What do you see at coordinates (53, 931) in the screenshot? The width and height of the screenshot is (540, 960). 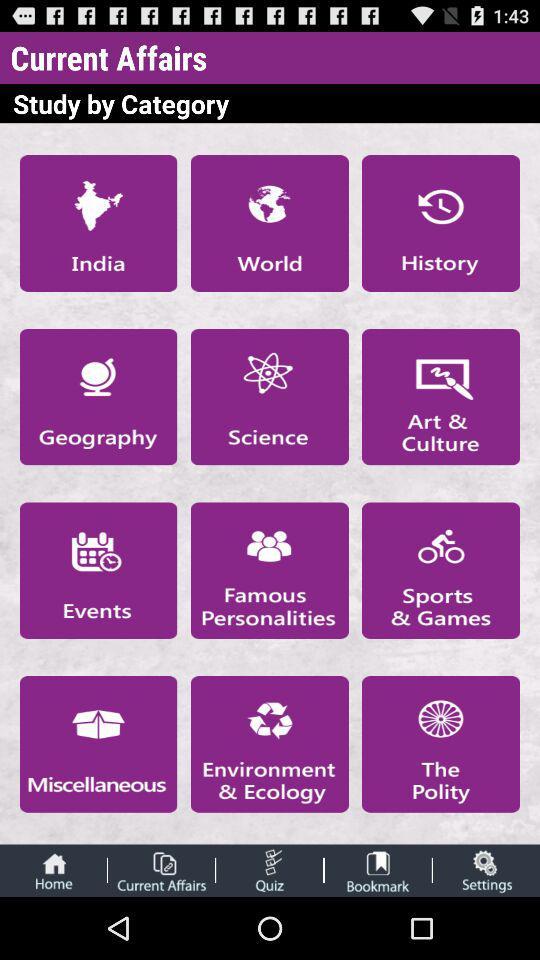 I see `the home icon` at bounding box center [53, 931].